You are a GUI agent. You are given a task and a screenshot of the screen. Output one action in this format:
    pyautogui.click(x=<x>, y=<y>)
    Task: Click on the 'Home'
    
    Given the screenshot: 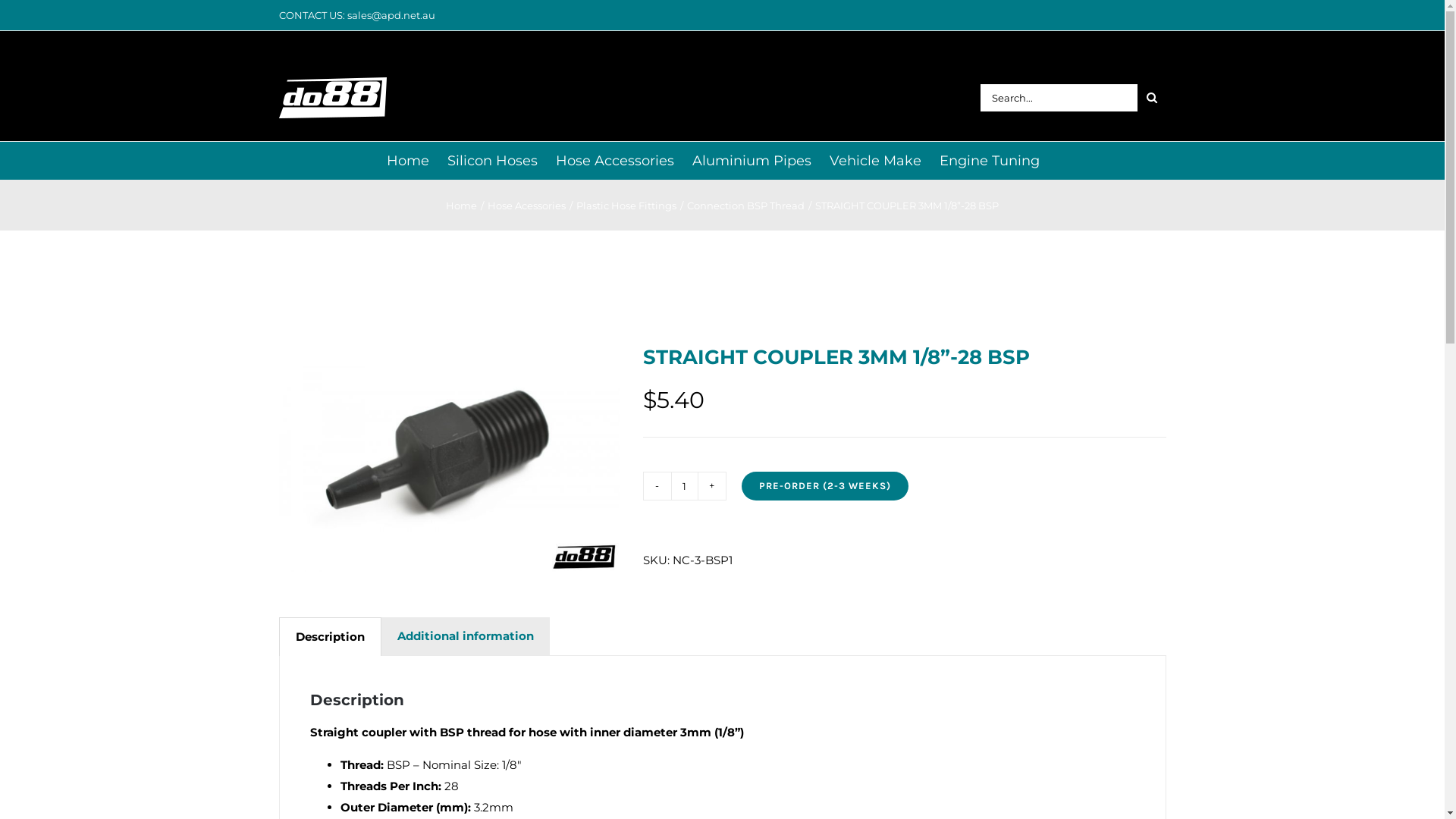 What is the action you would take?
    pyautogui.click(x=407, y=161)
    